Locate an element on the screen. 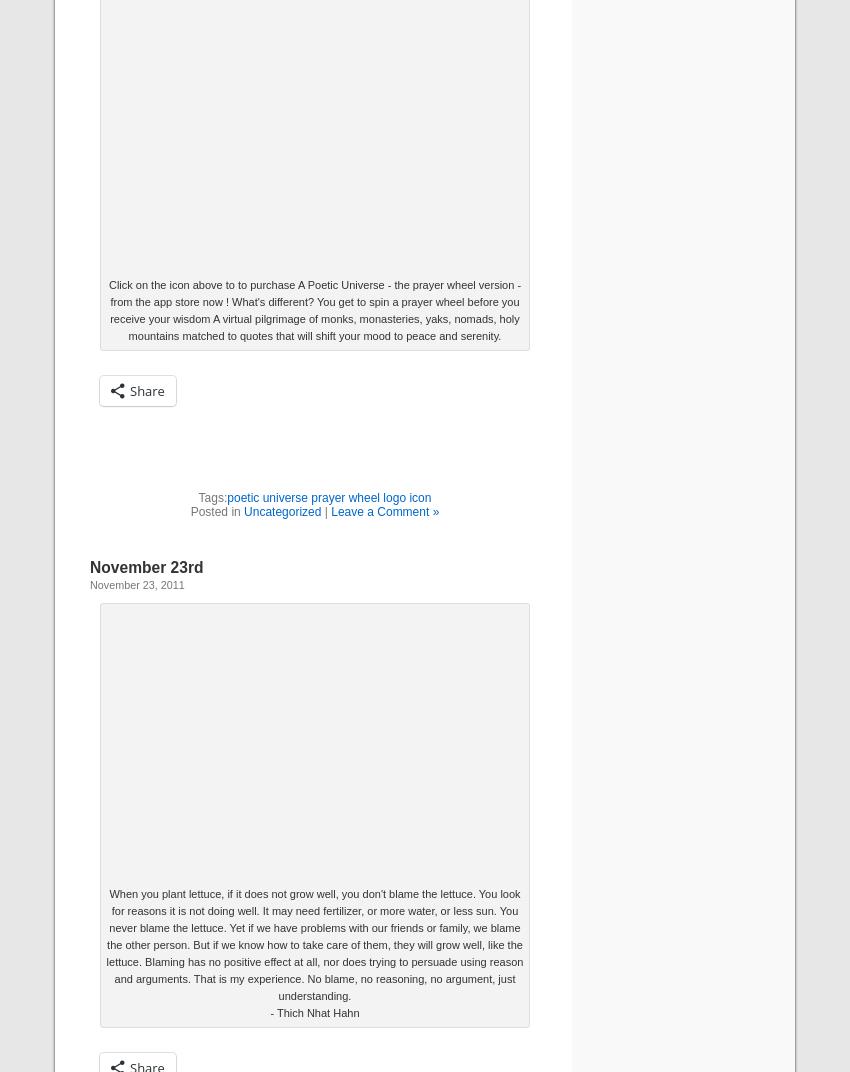 This screenshot has height=1072, width=850. 'Tags:' is located at coordinates (211, 496).